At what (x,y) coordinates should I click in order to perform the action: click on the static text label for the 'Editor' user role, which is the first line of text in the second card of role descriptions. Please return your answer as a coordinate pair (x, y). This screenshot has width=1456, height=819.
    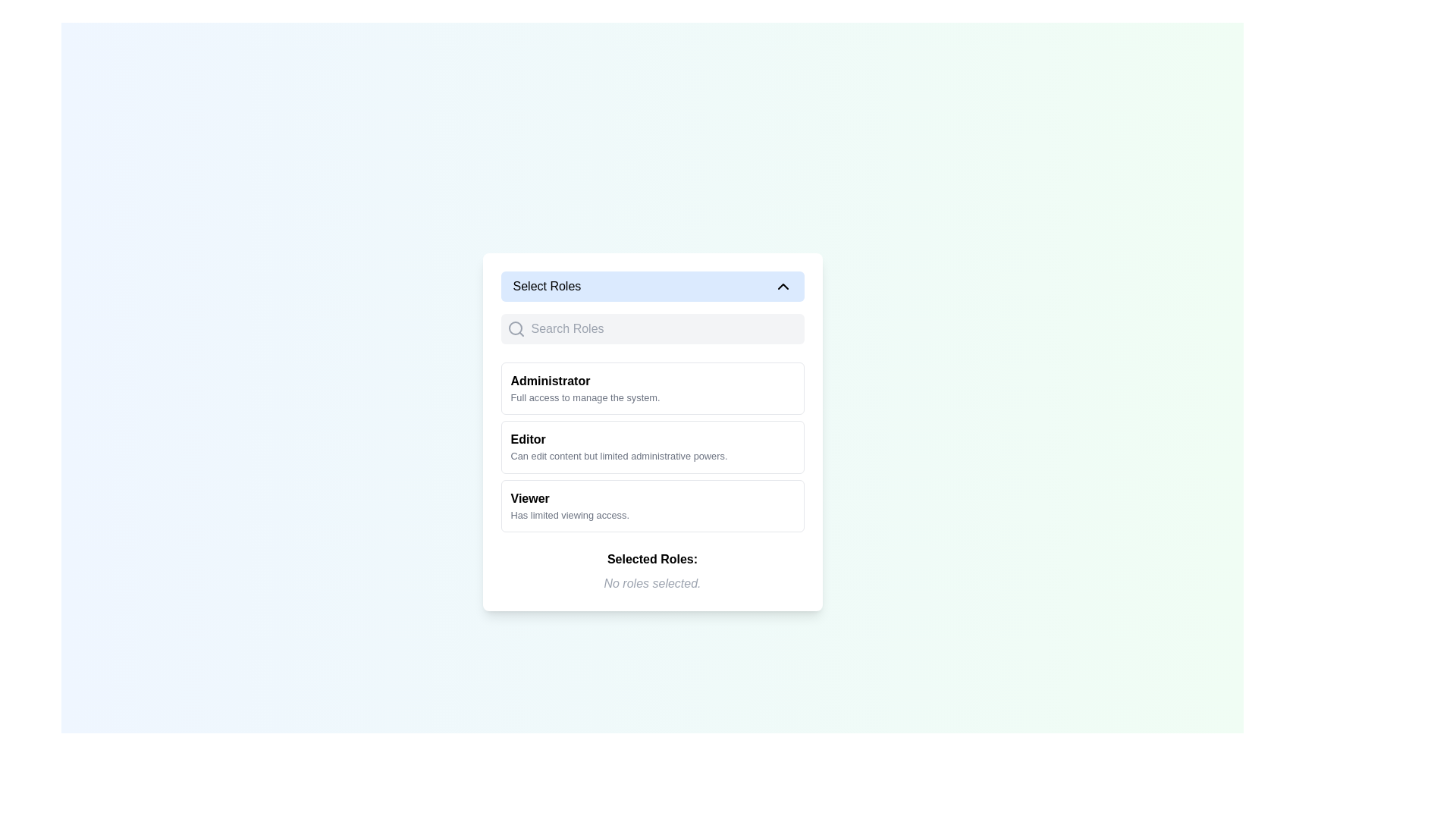
    Looking at the image, I should click on (528, 440).